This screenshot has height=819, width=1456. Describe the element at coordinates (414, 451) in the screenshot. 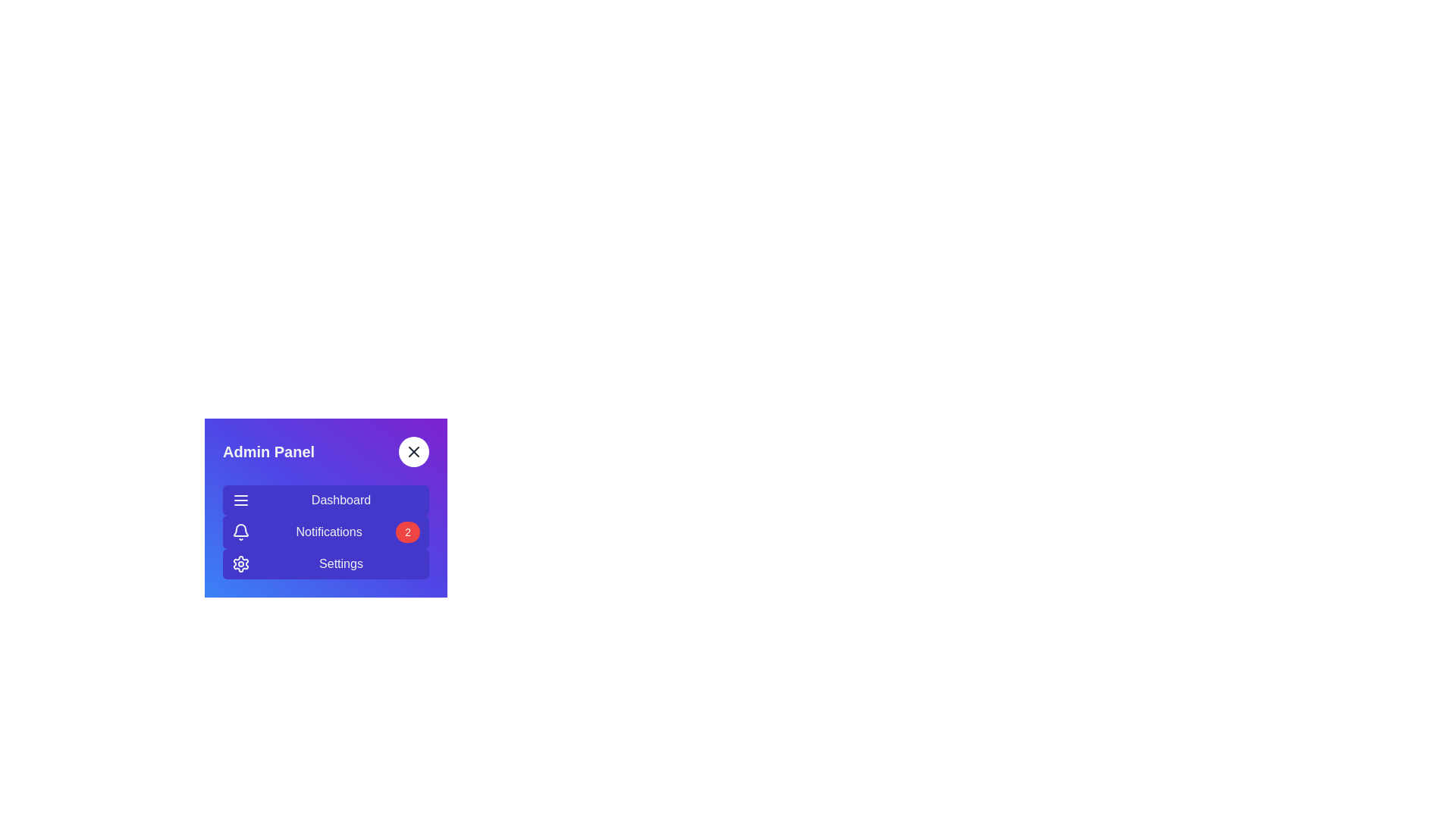

I see `the toggle button to toggle the sidebar visibility` at that location.